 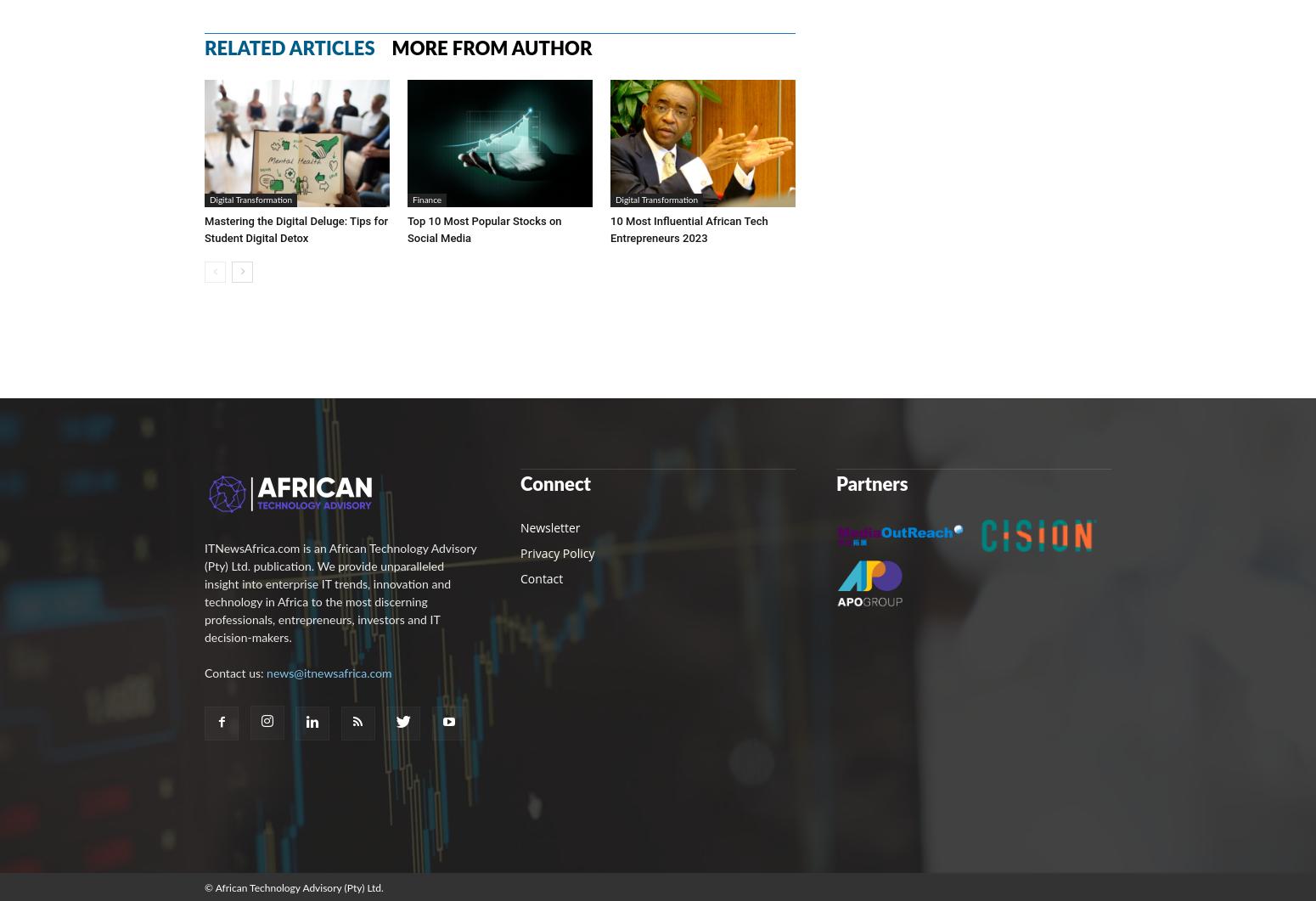 I want to click on 'MORE FROM AUTHOR', so click(x=491, y=48).